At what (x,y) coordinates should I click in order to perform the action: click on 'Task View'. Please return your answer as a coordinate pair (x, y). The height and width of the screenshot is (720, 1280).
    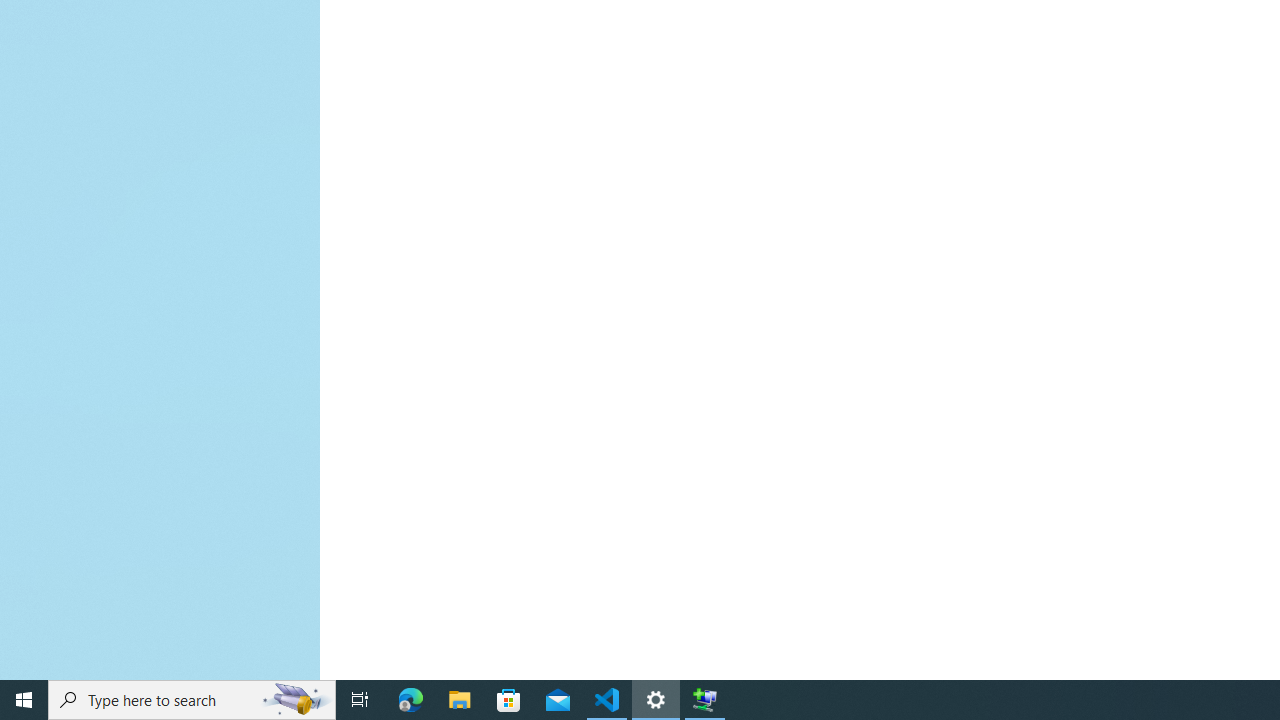
    Looking at the image, I should click on (359, 698).